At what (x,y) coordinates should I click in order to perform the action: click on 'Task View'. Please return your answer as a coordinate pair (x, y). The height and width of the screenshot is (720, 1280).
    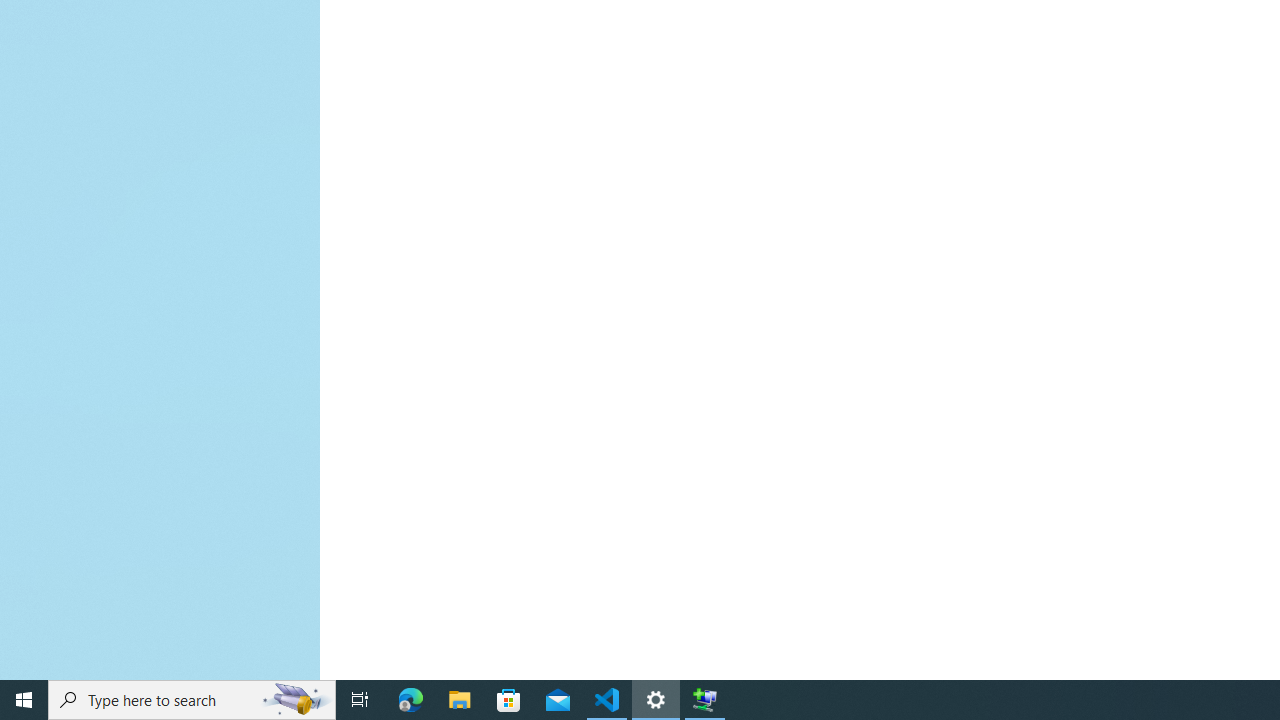
    Looking at the image, I should click on (359, 698).